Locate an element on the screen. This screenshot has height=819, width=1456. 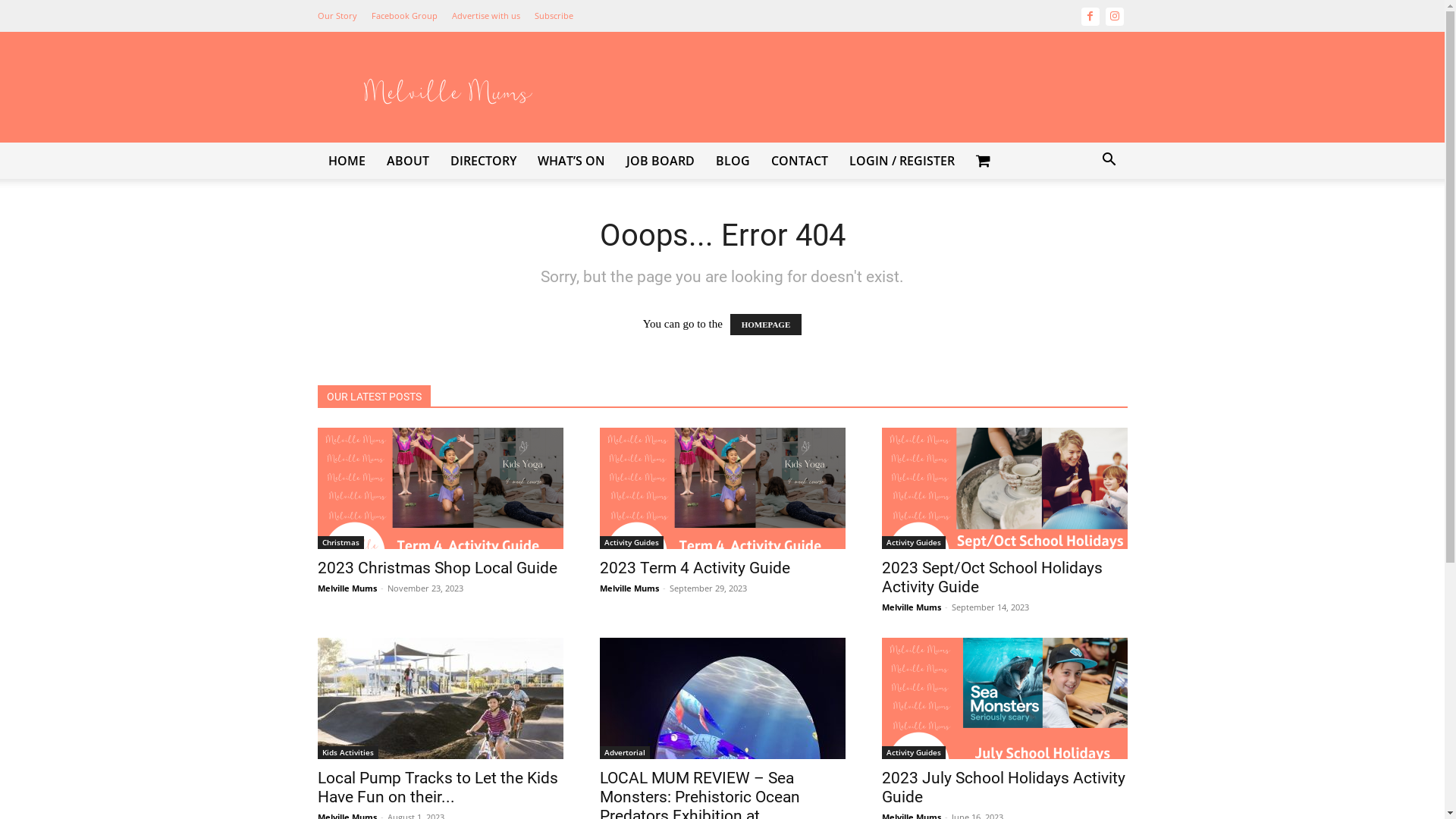
'Our Story' is located at coordinates (336, 15).